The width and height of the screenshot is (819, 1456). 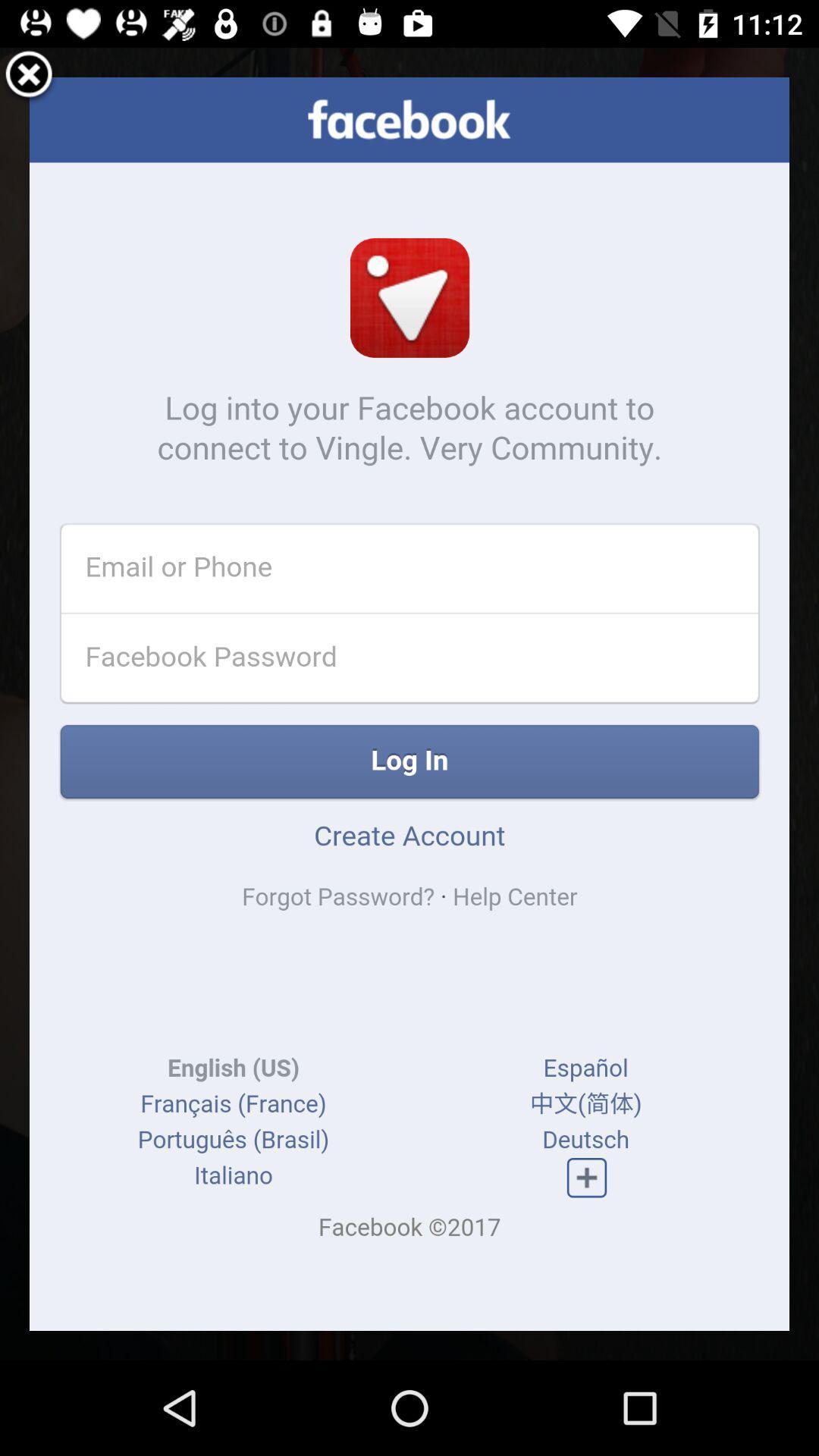 What do you see at coordinates (29, 76) in the screenshot?
I see `page` at bounding box center [29, 76].